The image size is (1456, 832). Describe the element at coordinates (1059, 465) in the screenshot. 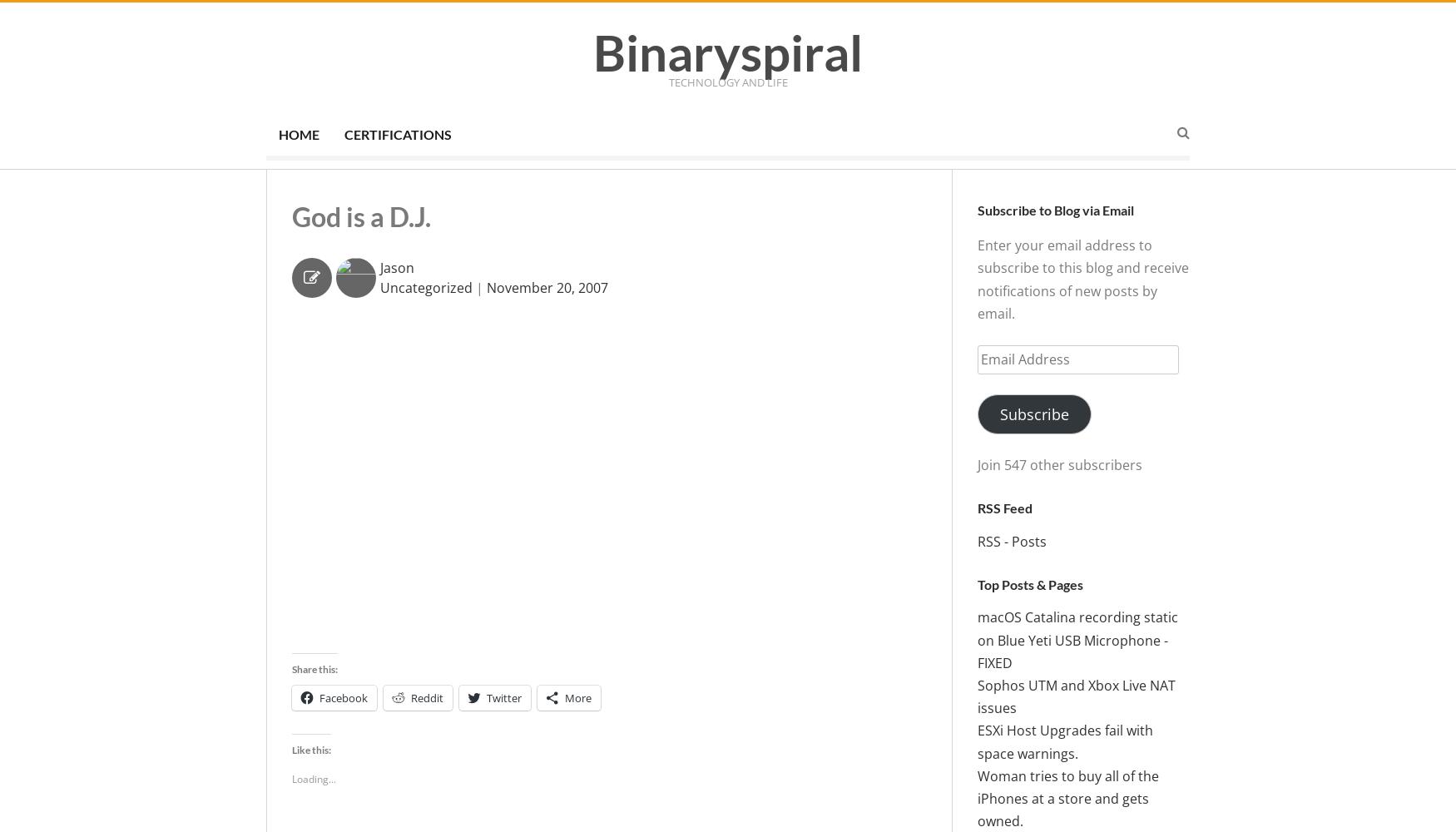

I see `'Join 547 other subscribers'` at that location.